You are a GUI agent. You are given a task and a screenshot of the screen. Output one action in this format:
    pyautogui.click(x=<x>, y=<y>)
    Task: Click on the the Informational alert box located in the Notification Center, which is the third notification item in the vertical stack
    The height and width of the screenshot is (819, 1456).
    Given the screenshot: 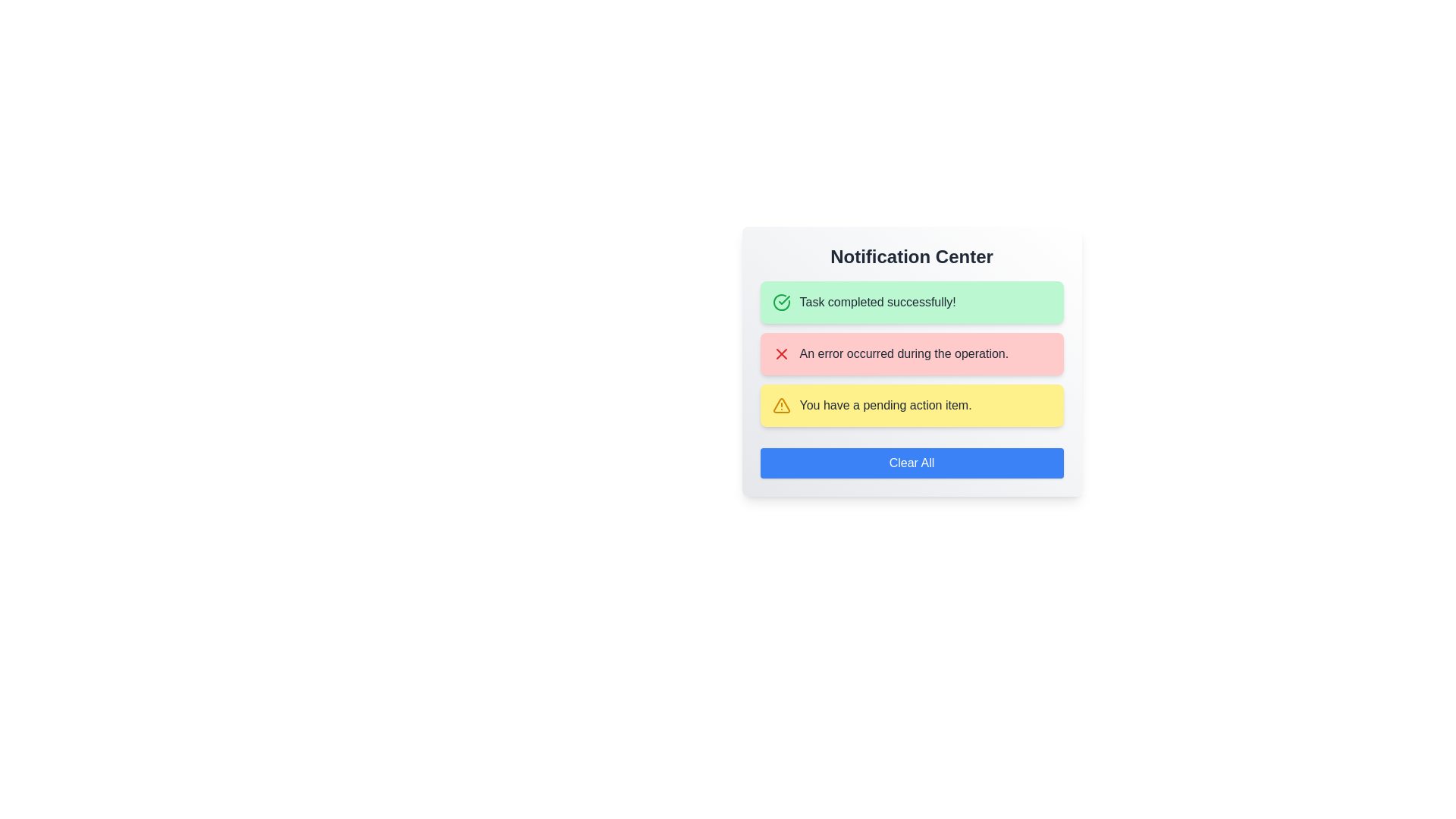 What is the action you would take?
    pyautogui.click(x=911, y=405)
    